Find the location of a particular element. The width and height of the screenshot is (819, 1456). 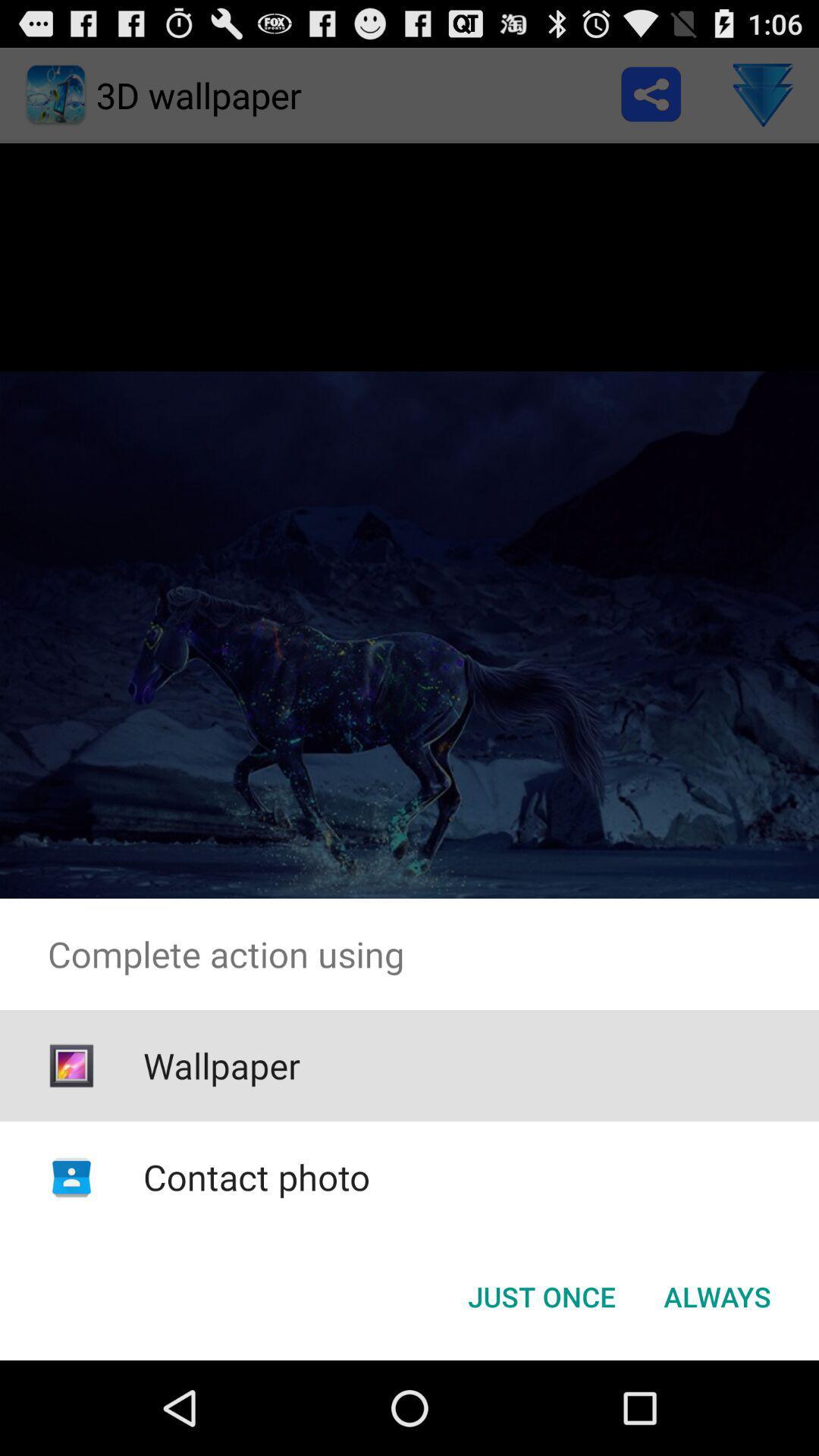

the item below the complete action using icon is located at coordinates (717, 1295).